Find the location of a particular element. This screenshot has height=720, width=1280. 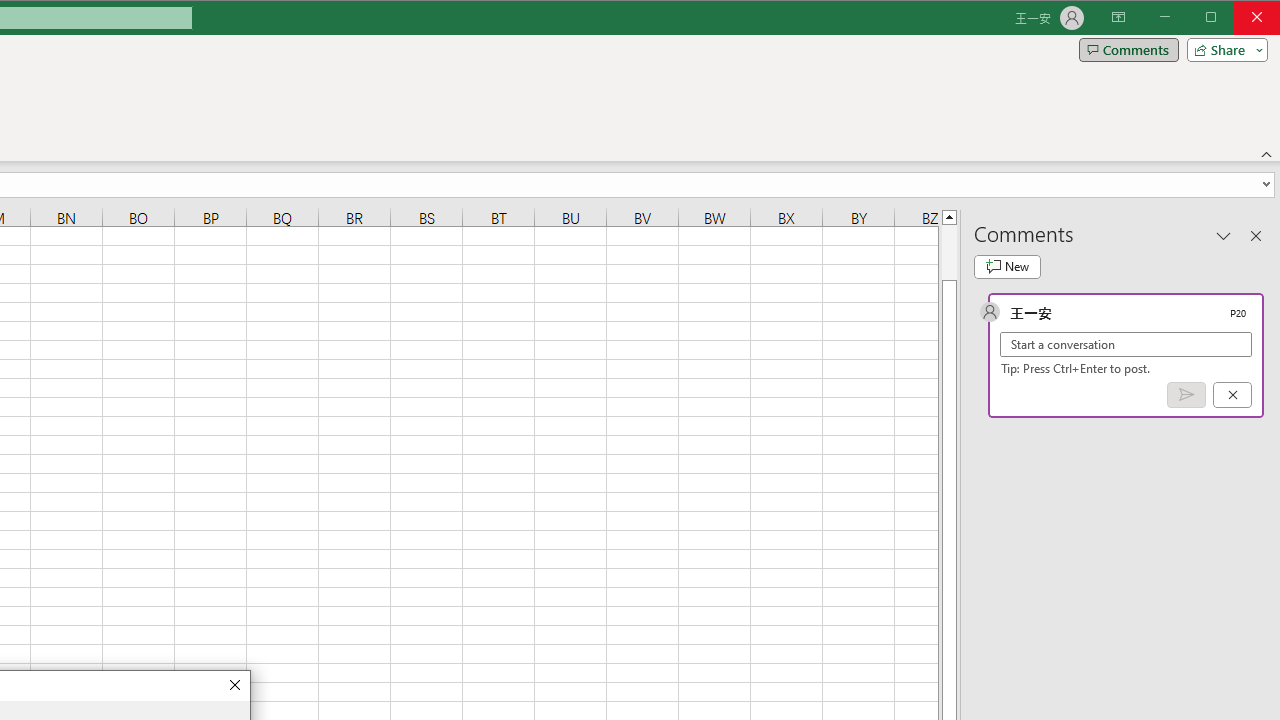

'Cancel' is located at coordinates (1231, 395).